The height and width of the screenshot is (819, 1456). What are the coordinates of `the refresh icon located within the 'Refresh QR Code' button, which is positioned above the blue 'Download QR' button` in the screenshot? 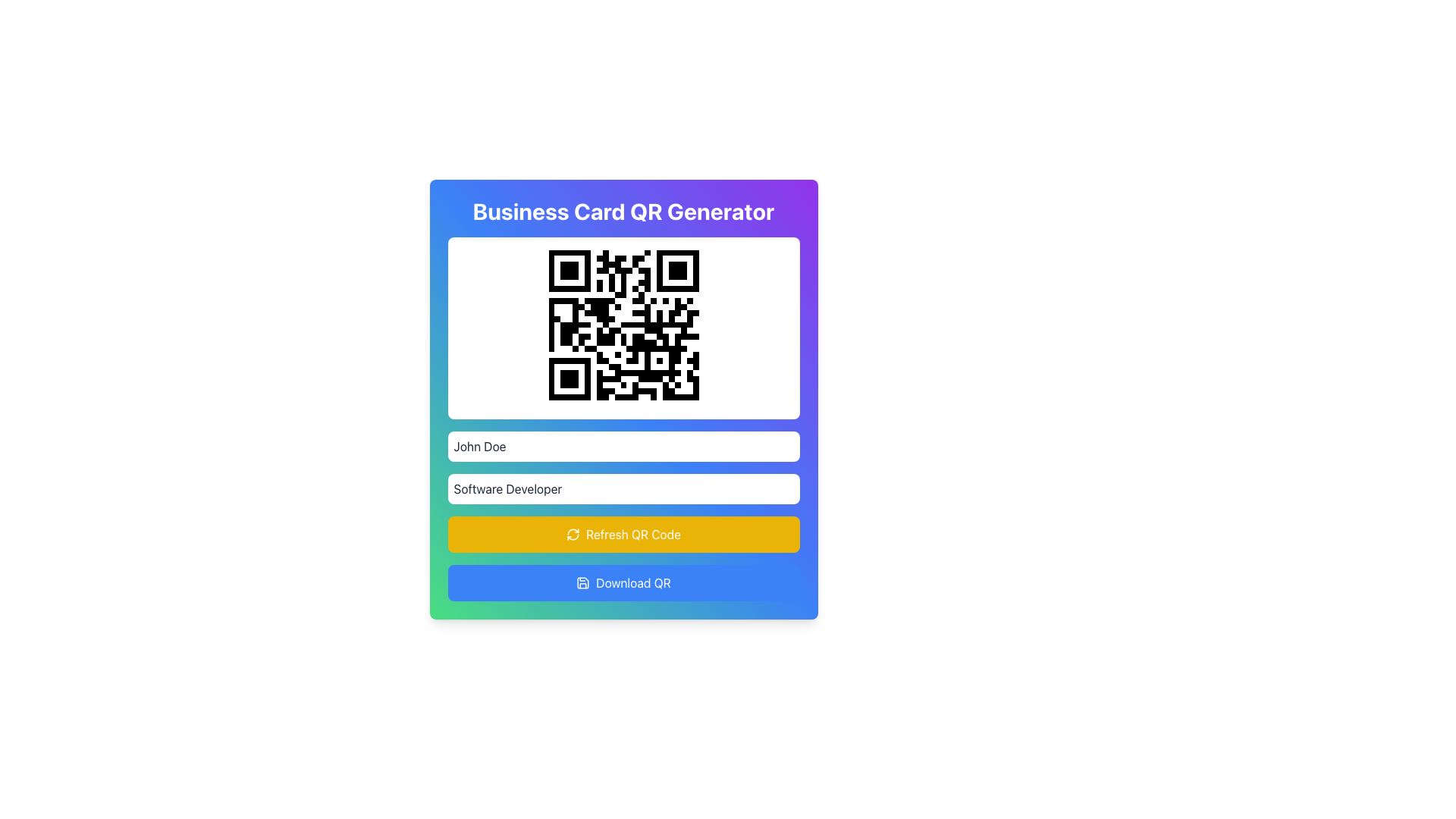 It's located at (573, 534).